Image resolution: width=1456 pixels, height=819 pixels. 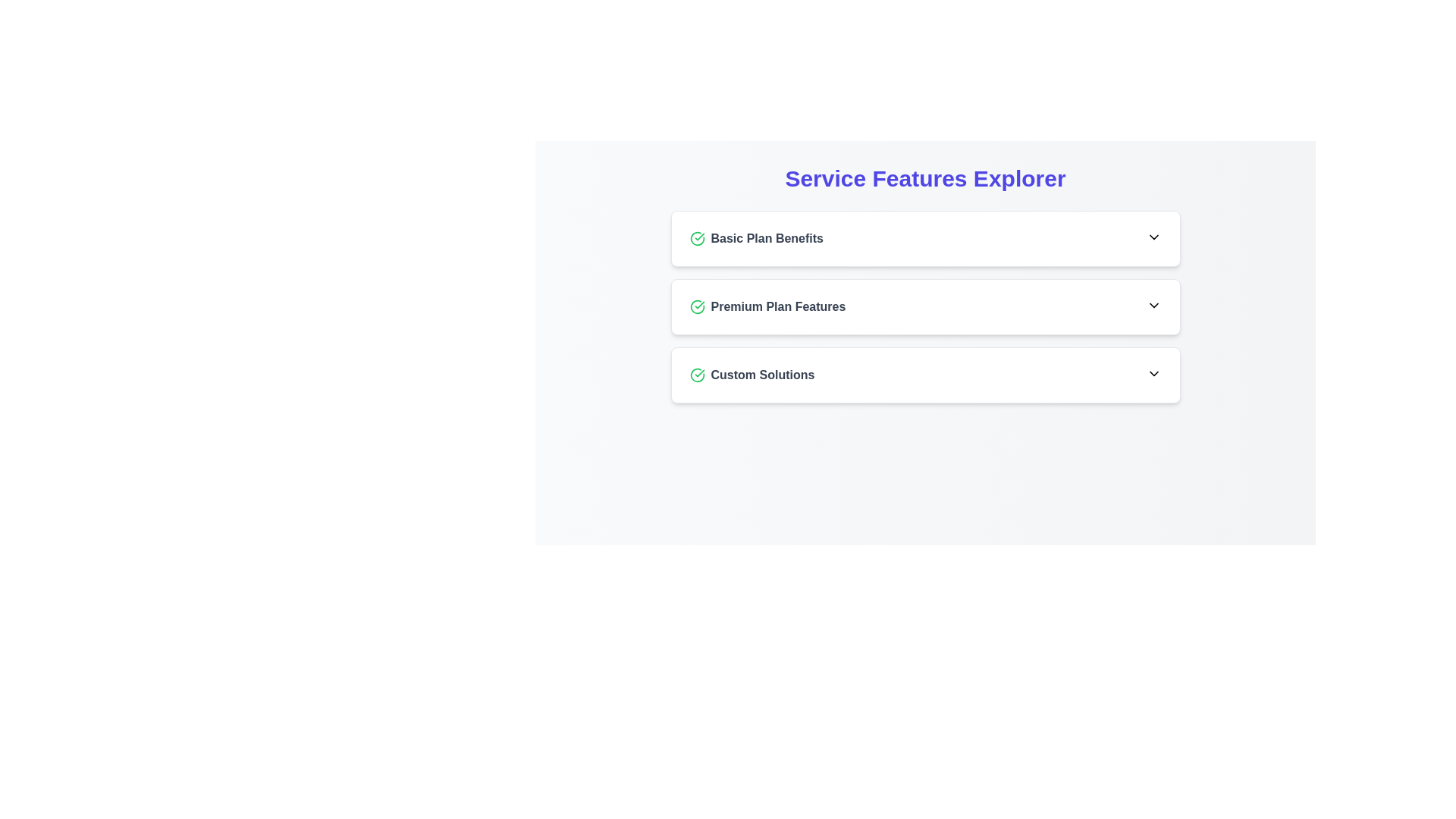 What do you see at coordinates (778, 307) in the screenshot?
I see `the text label indicating 'Premium Plan Features', which is the second item in a vertical list between 'Basic Plan Benefits' and 'Custom Solutions'` at bounding box center [778, 307].